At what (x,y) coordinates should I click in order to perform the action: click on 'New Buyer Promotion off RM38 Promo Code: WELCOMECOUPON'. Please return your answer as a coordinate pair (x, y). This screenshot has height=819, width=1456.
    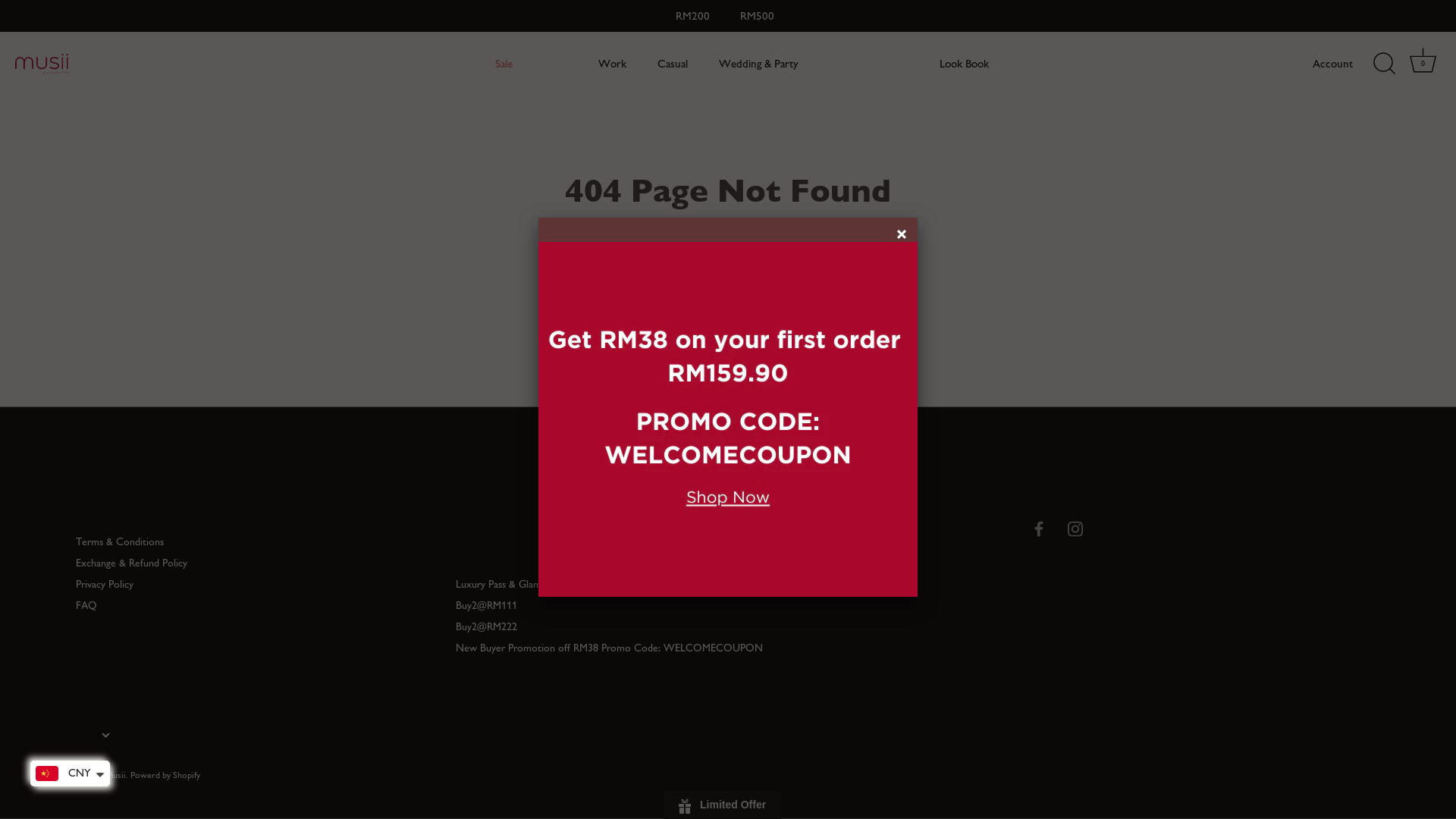
    Looking at the image, I should click on (609, 648).